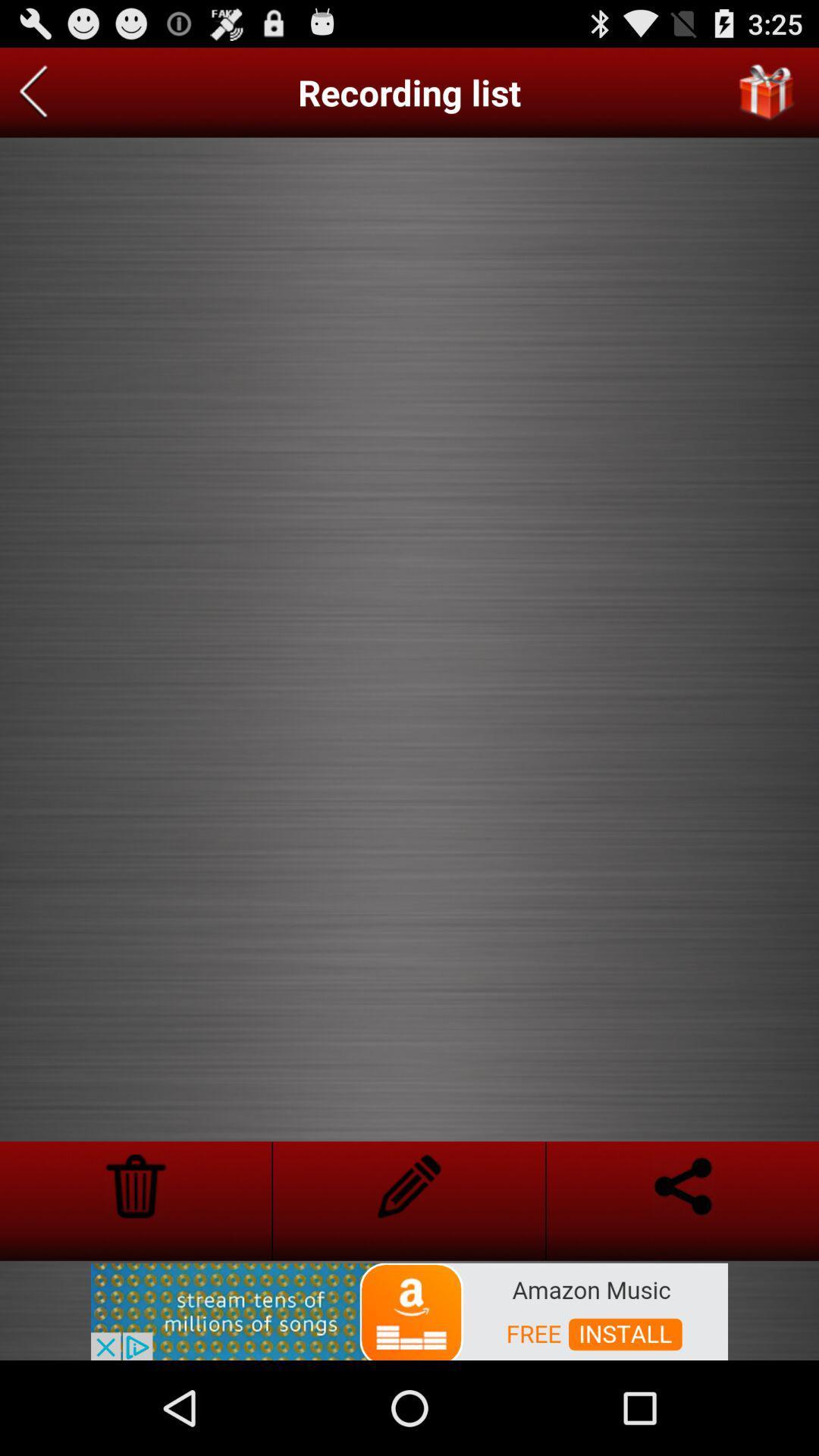  What do you see at coordinates (409, 1310) in the screenshot?
I see `join amazon music` at bounding box center [409, 1310].